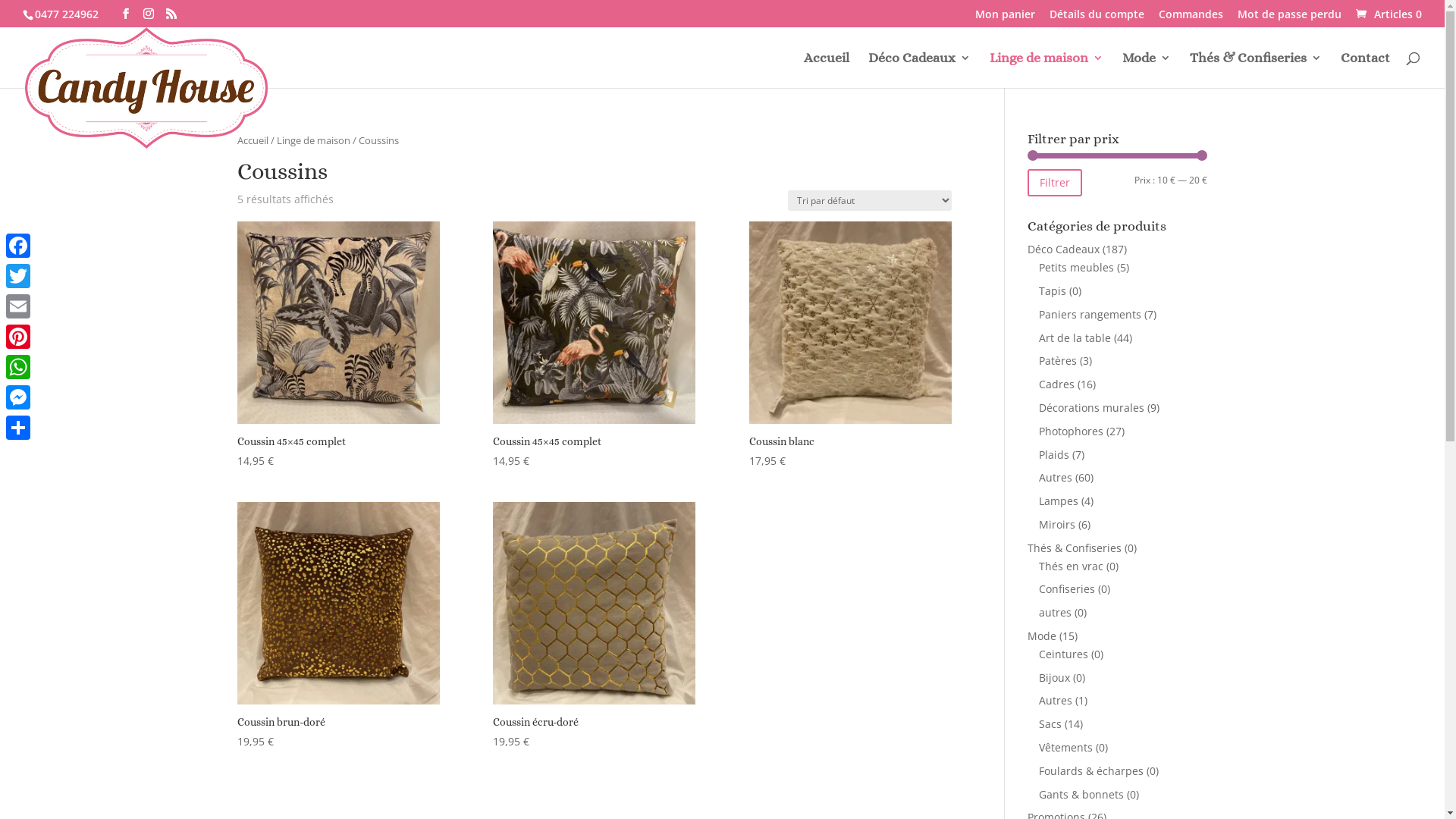 The image size is (1456, 819). What do you see at coordinates (1054, 181) in the screenshot?
I see `'Filtrer'` at bounding box center [1054, 181].